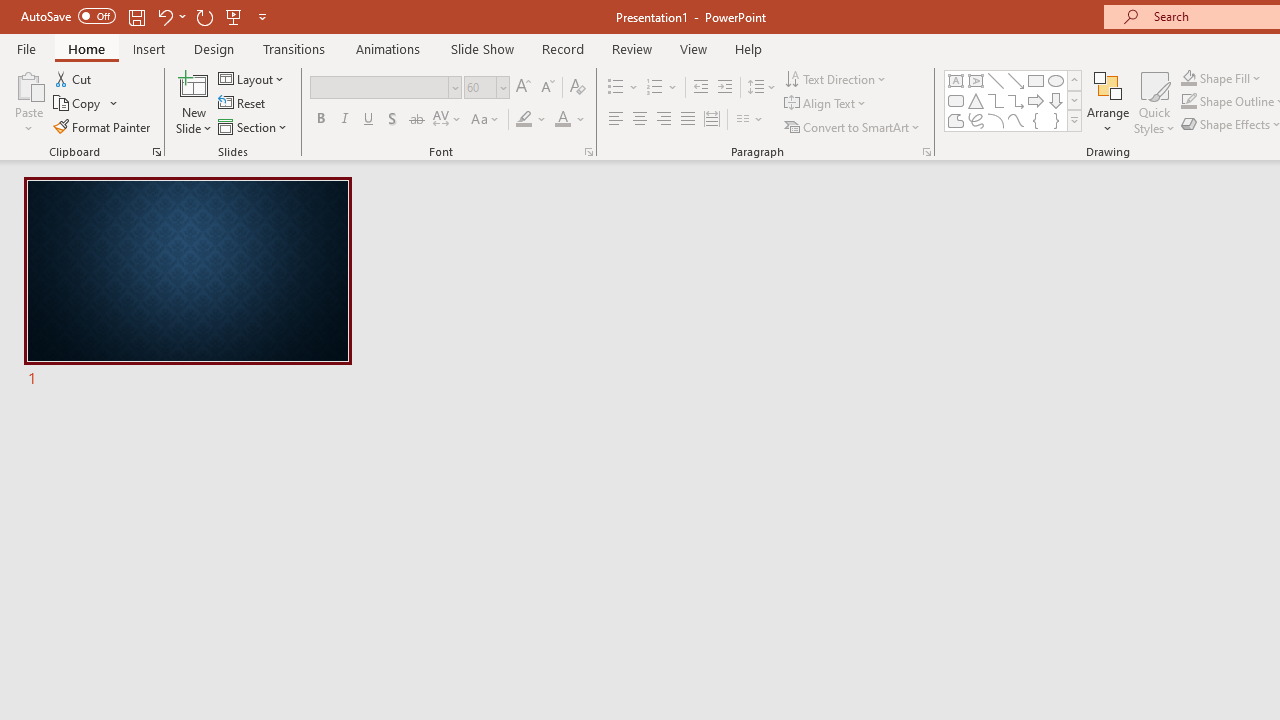 Image resolution: width=1280 pixels, height=720 pixels. Describe the element at coordinates (640, 119) in the screenshot. I see `'Center'` at that location.